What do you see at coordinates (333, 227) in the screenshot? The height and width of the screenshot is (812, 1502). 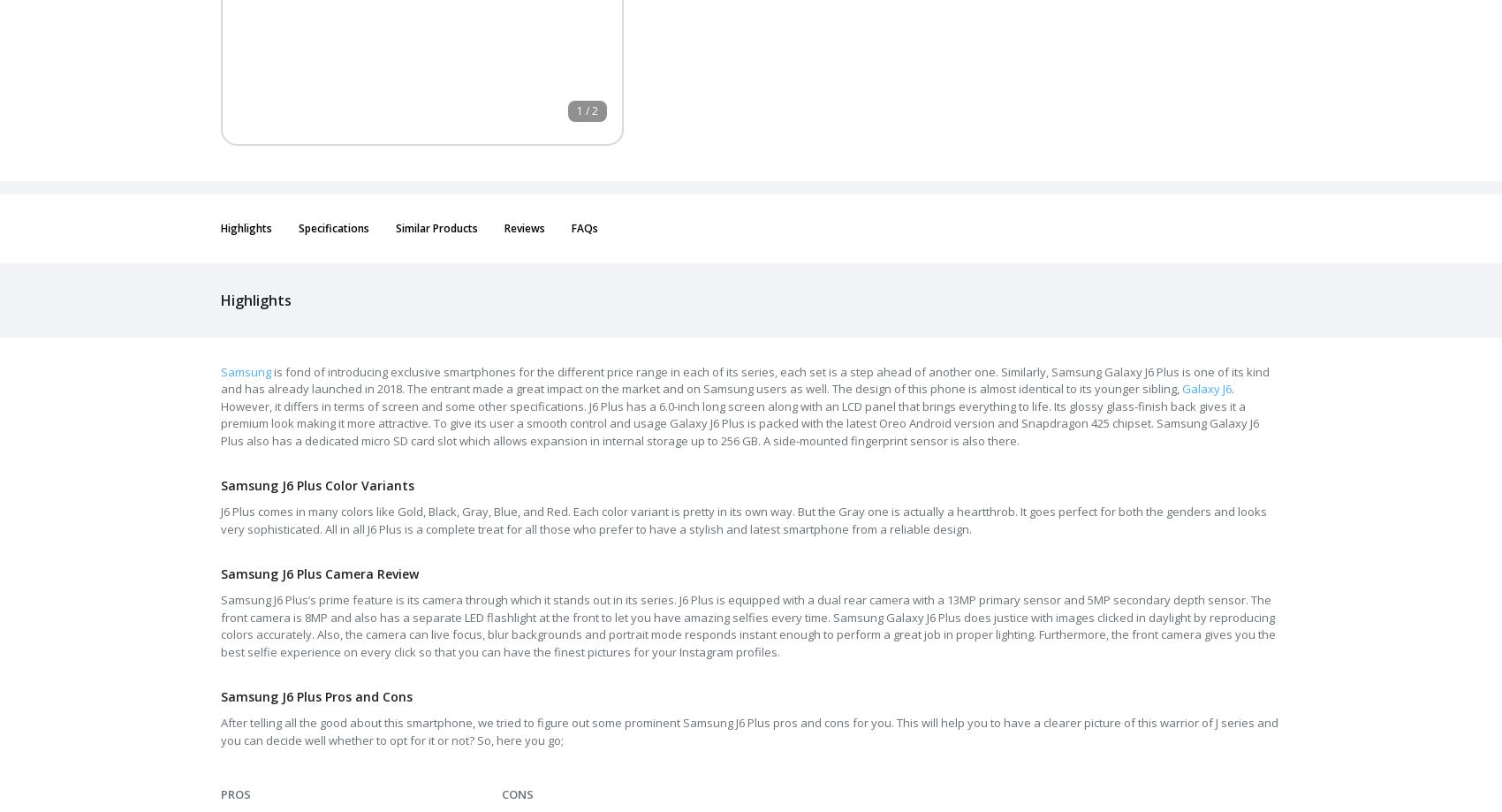 I see `'Specifications'` at bounding box center [333, 227].